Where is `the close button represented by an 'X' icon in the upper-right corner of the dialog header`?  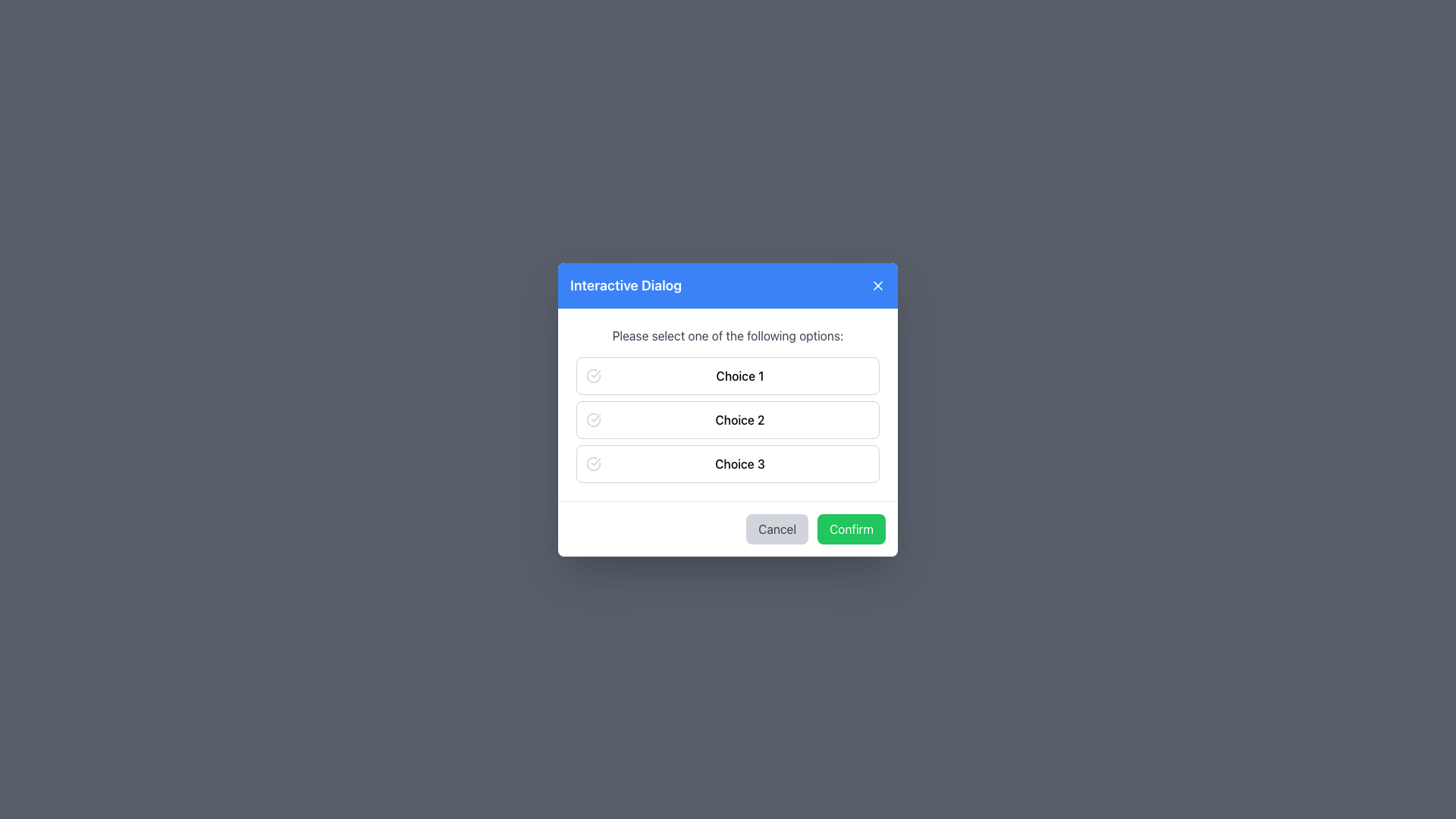 the close button represented by an 'X' icon in the upper-right corner of the dialog header is located at coordinates (877, 285).